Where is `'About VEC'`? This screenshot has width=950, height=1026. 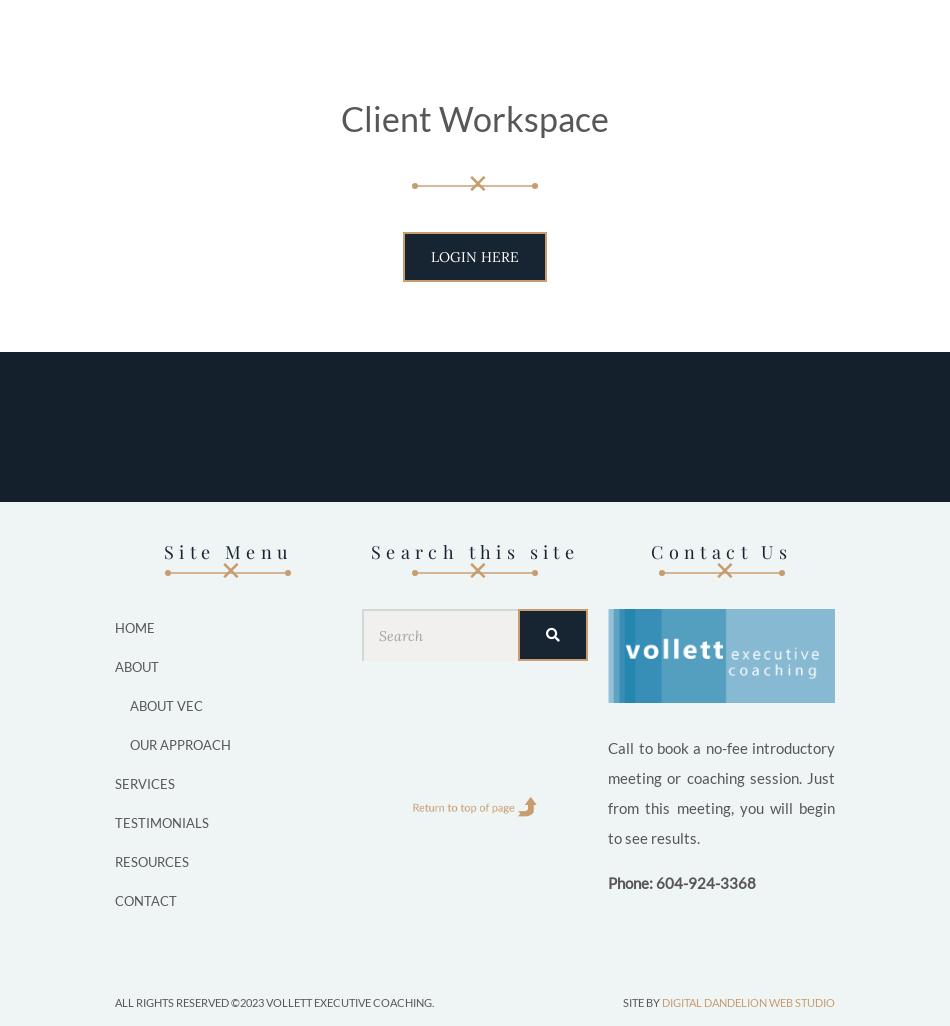 'About VEC' is located at coordinates (166, 703).